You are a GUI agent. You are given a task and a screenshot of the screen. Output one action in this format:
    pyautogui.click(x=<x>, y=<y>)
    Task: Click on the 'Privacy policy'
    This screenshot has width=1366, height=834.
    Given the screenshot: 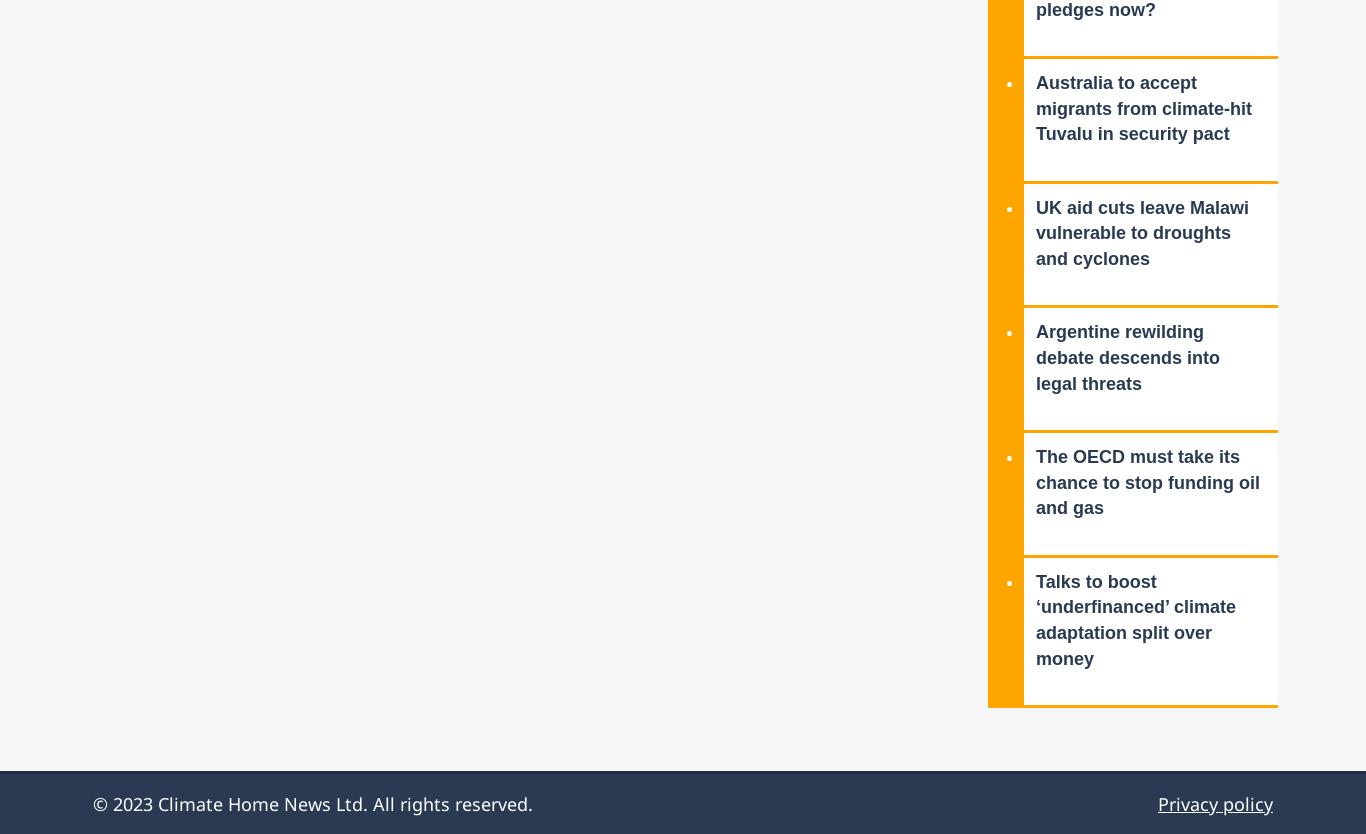 What is the action you would take?
    pyautogui.click(x=1215, y=802)
    